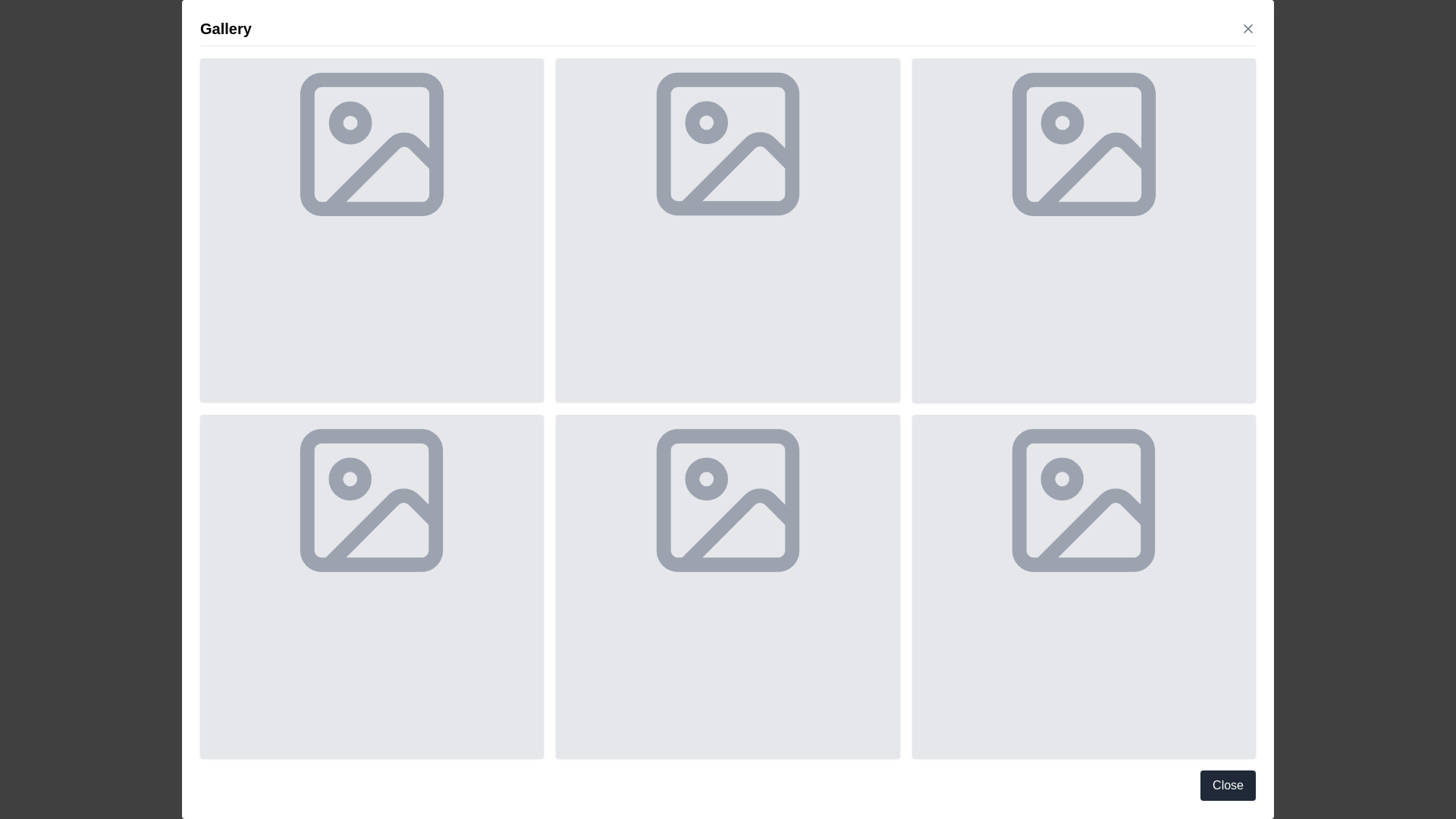 This screenshot has height=819, width=1456. Describe the element at coordinates (372, 500) in the screenshot. I see `the graphical rectangular shape with rounded corners, styled in light gray, located within the image placeholder icon` at that location.